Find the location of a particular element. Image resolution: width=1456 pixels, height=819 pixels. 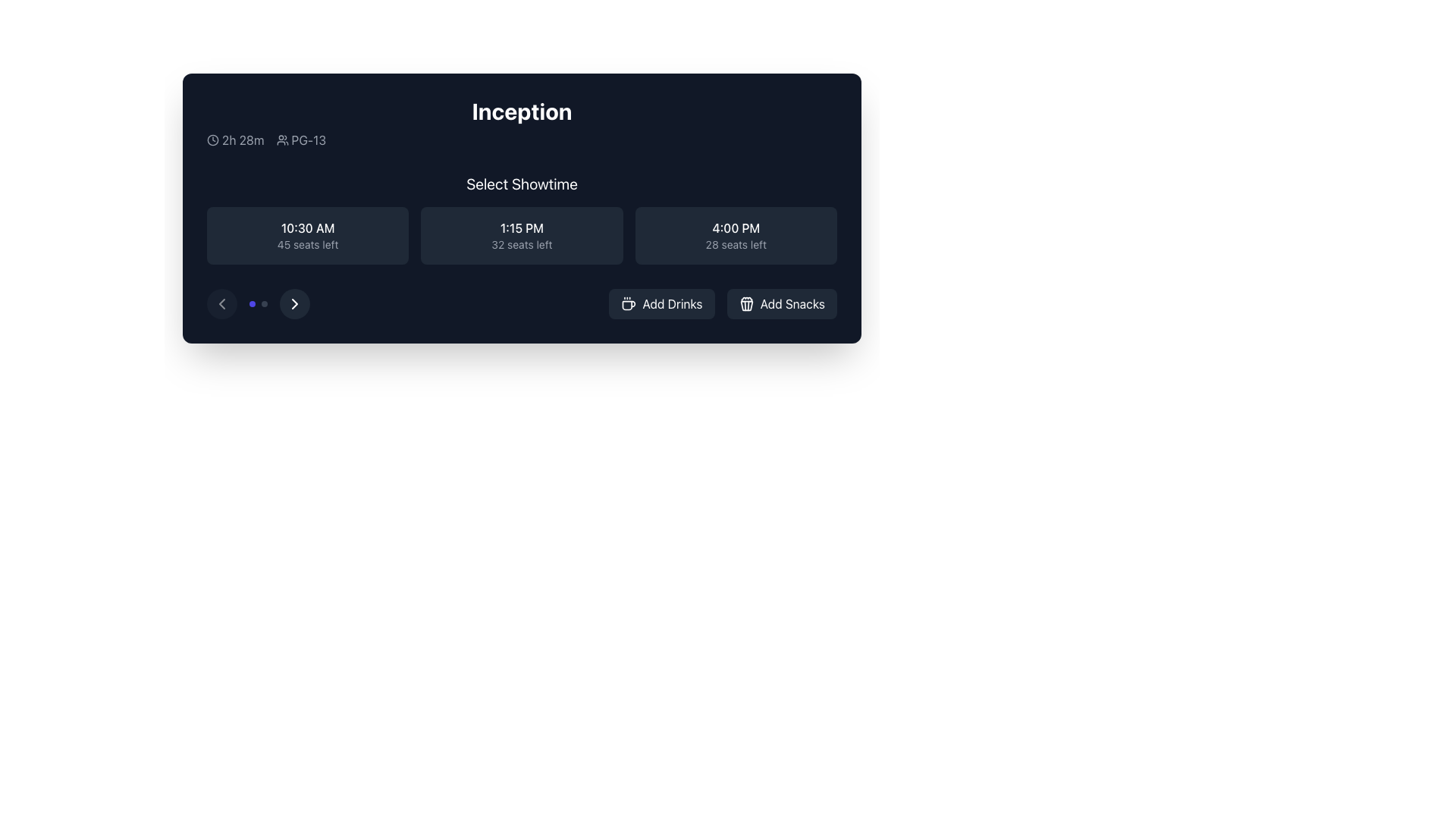

the Text label displaying '10:30 AM' and '45 seats left' in the 'Select Showtime' section, which shows the showtime for user selection is located at coordinates (307, 227).